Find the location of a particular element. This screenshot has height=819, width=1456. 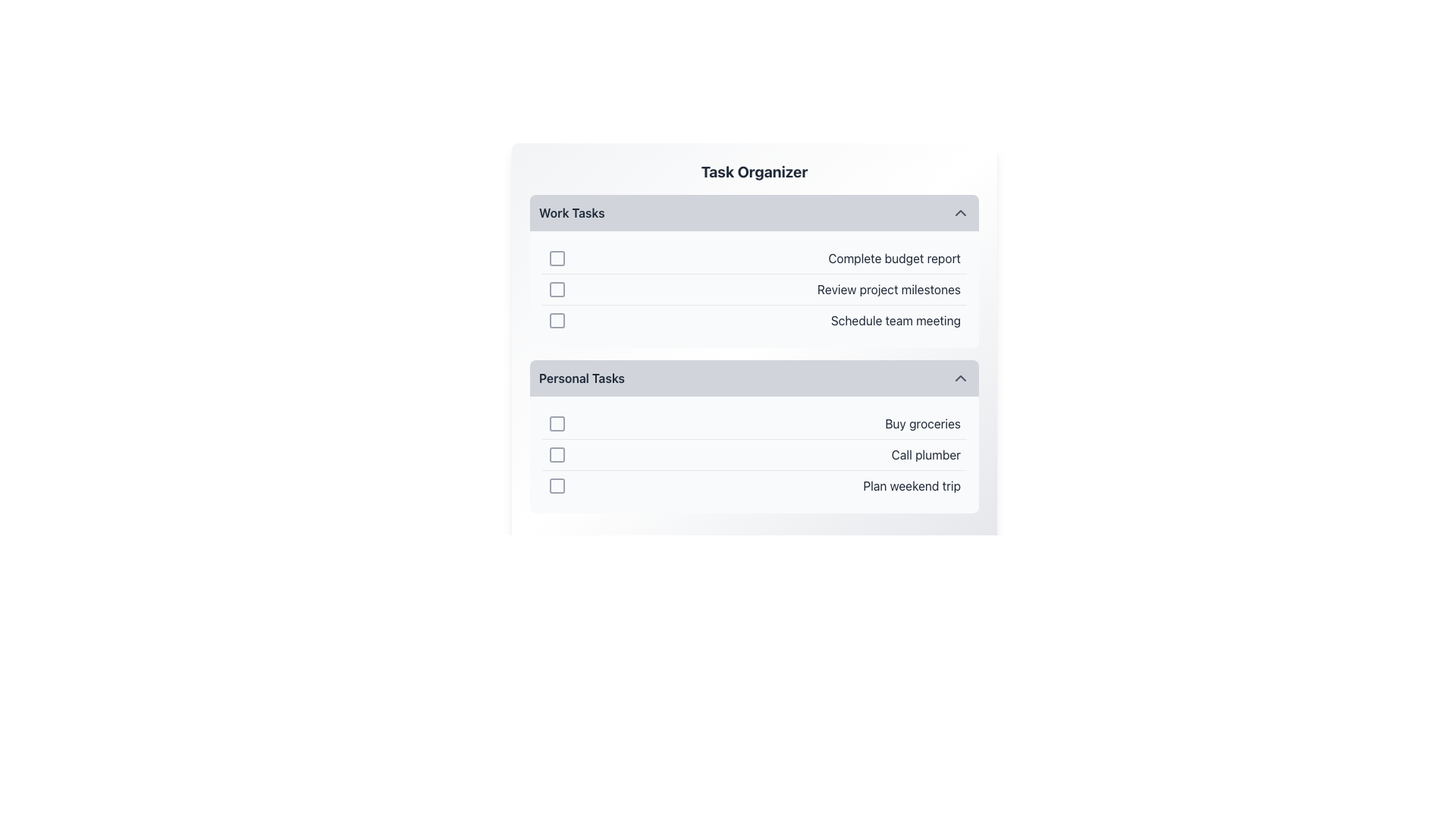

the 'Plan weekend trip' checklist item row is located at coordinates (754, 485).